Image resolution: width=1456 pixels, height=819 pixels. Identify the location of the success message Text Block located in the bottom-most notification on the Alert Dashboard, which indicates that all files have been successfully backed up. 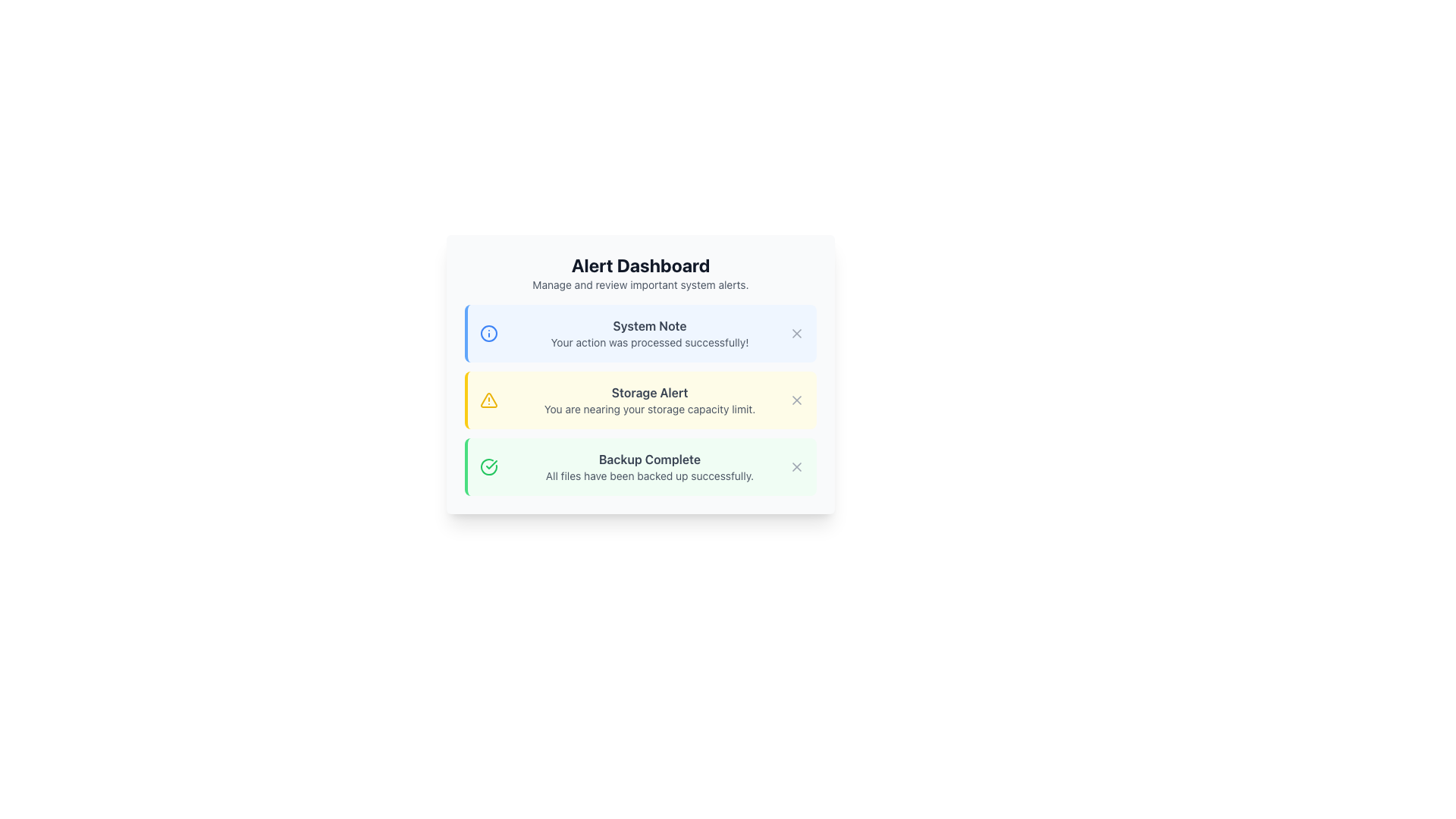
(650, 466).